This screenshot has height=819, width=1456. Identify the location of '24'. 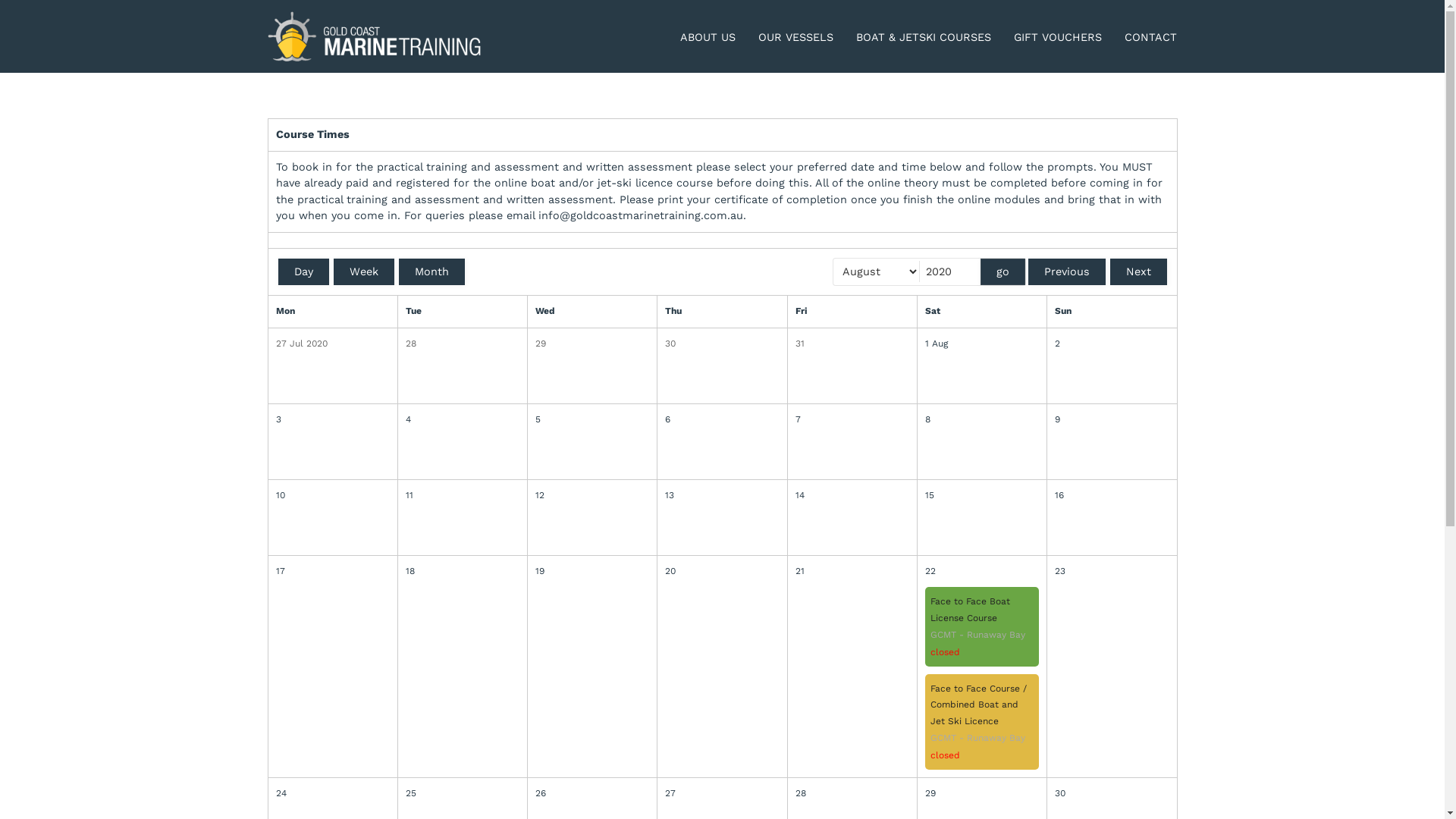
(276, 792).